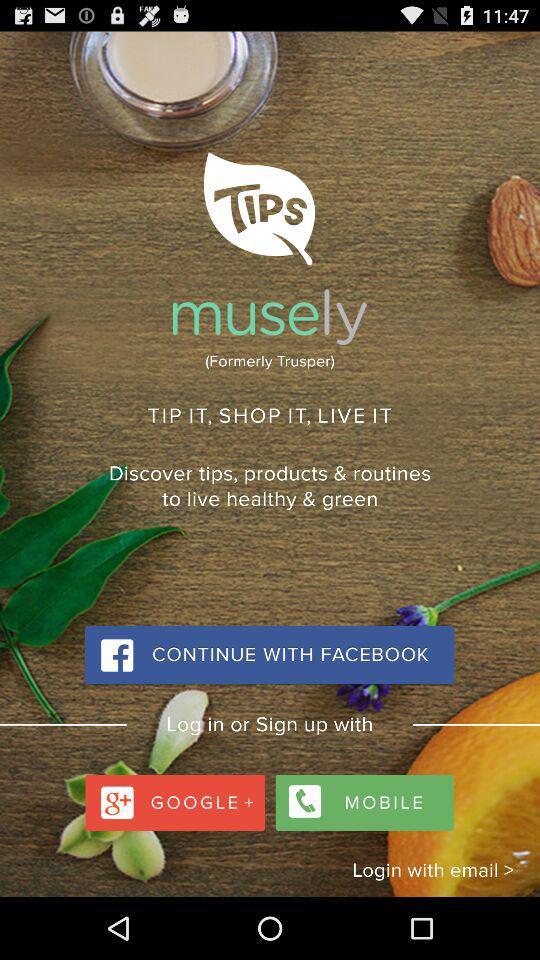 The width and height of the screenshot is (540, 960). I want to click on google home, so click(177, 797).